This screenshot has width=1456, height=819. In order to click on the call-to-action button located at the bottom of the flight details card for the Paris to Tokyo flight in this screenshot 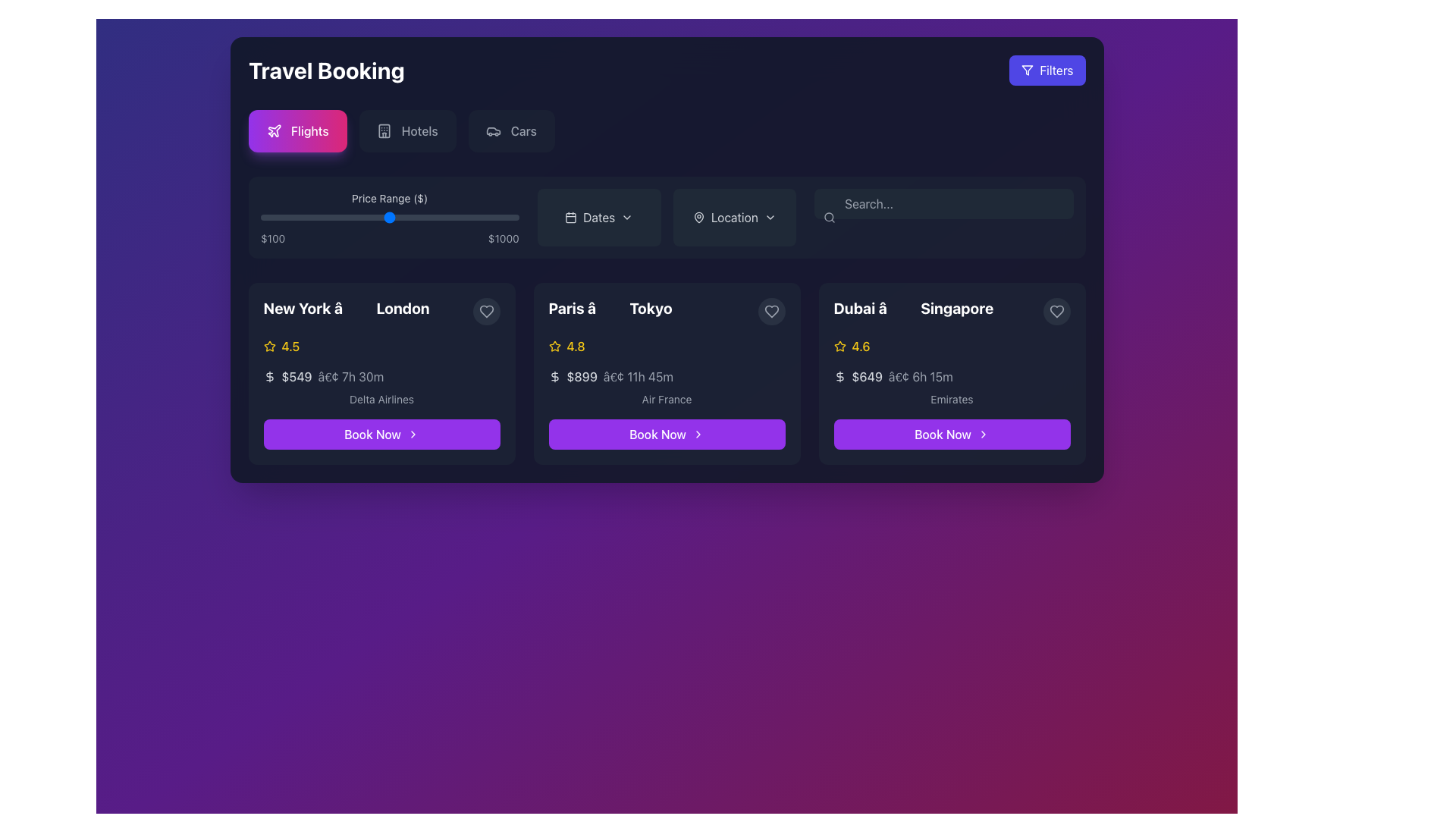, I will do `click(667, 435)`.